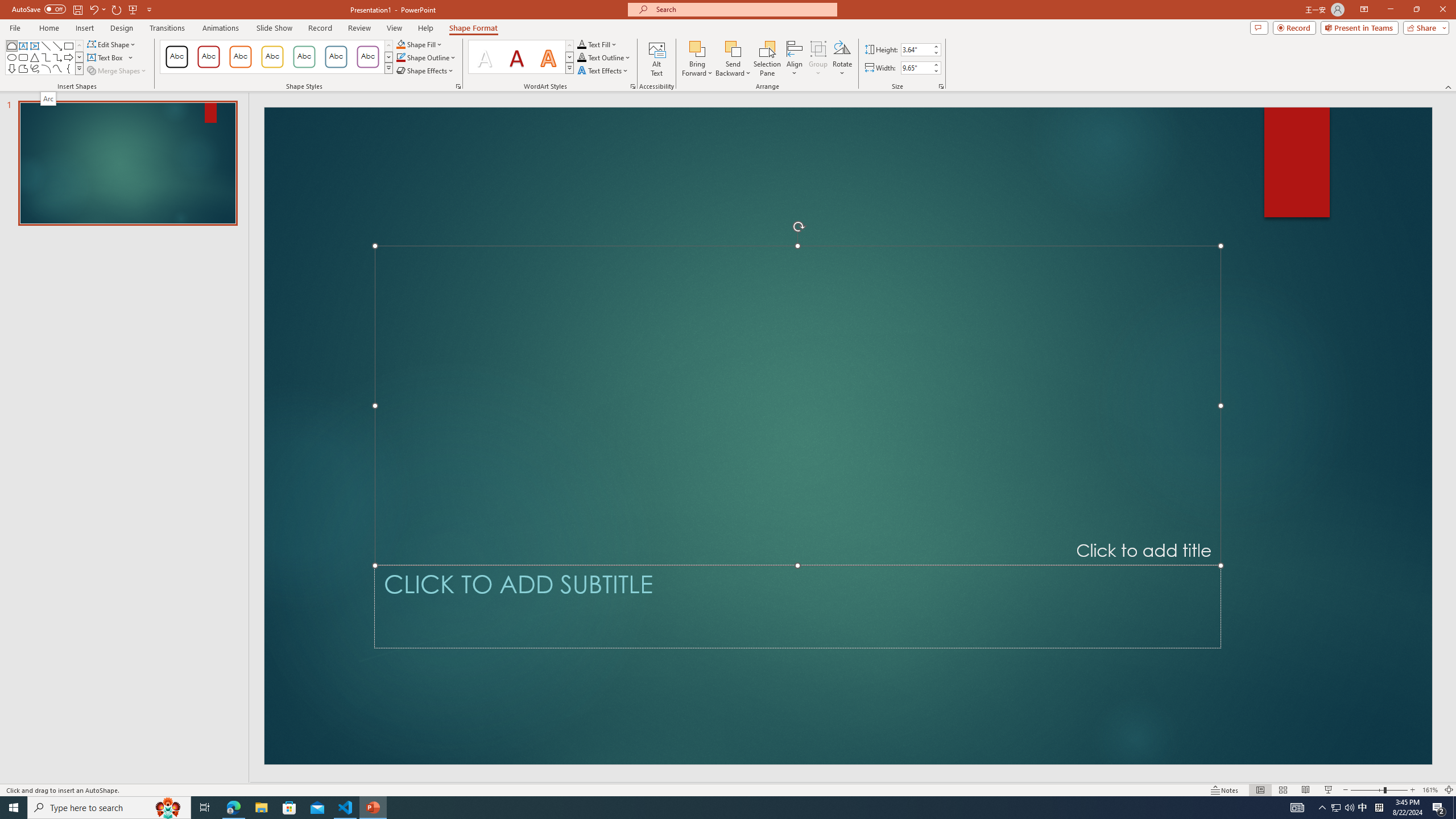  Describe the element at coordinates (484, 56) in the screenshot. I see `'Fill: White, Text color 1; Shadow'` at that location.